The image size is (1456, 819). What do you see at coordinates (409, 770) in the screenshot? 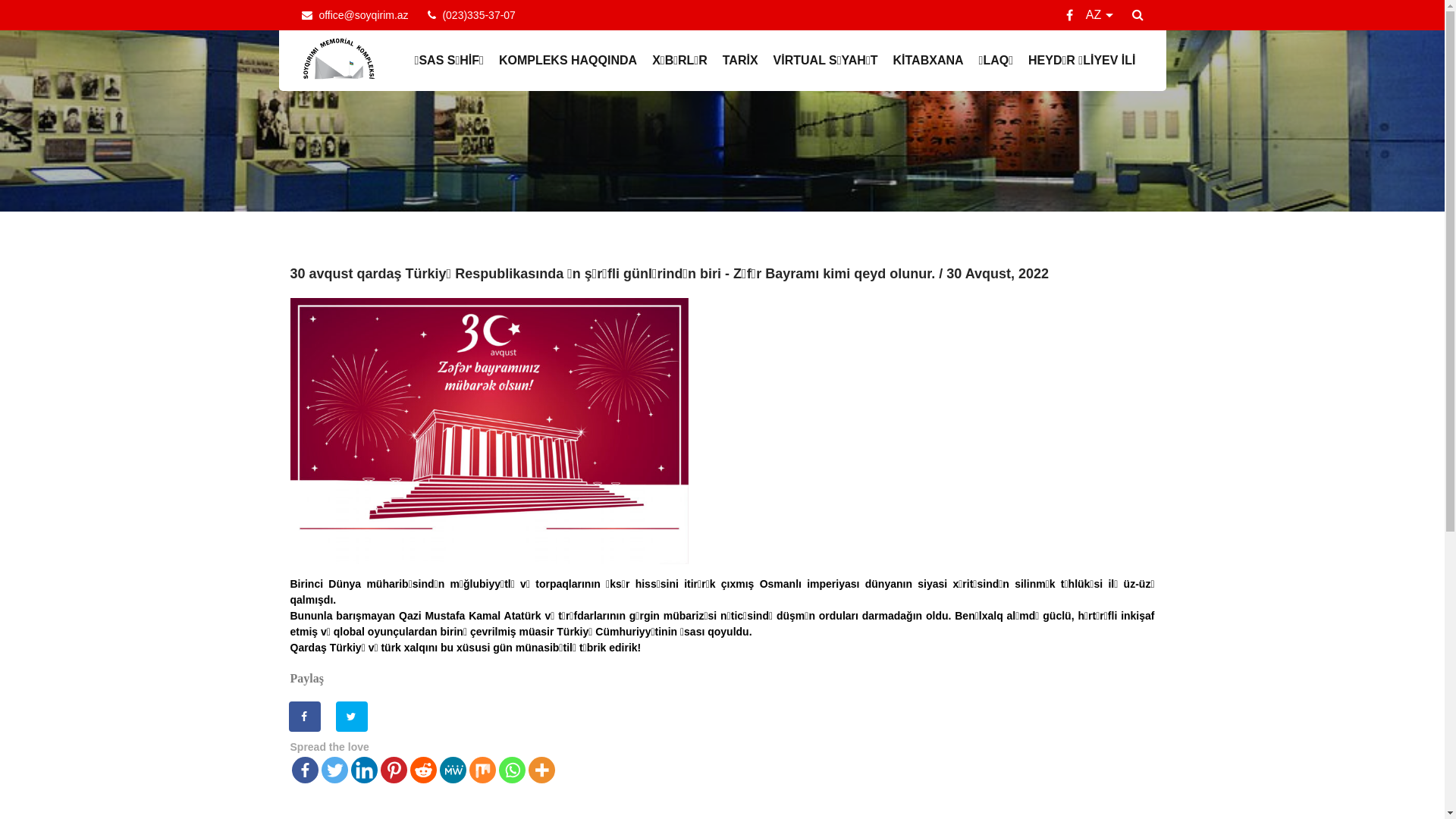
I see `'Reddit'` at bounding box center [409, 770].